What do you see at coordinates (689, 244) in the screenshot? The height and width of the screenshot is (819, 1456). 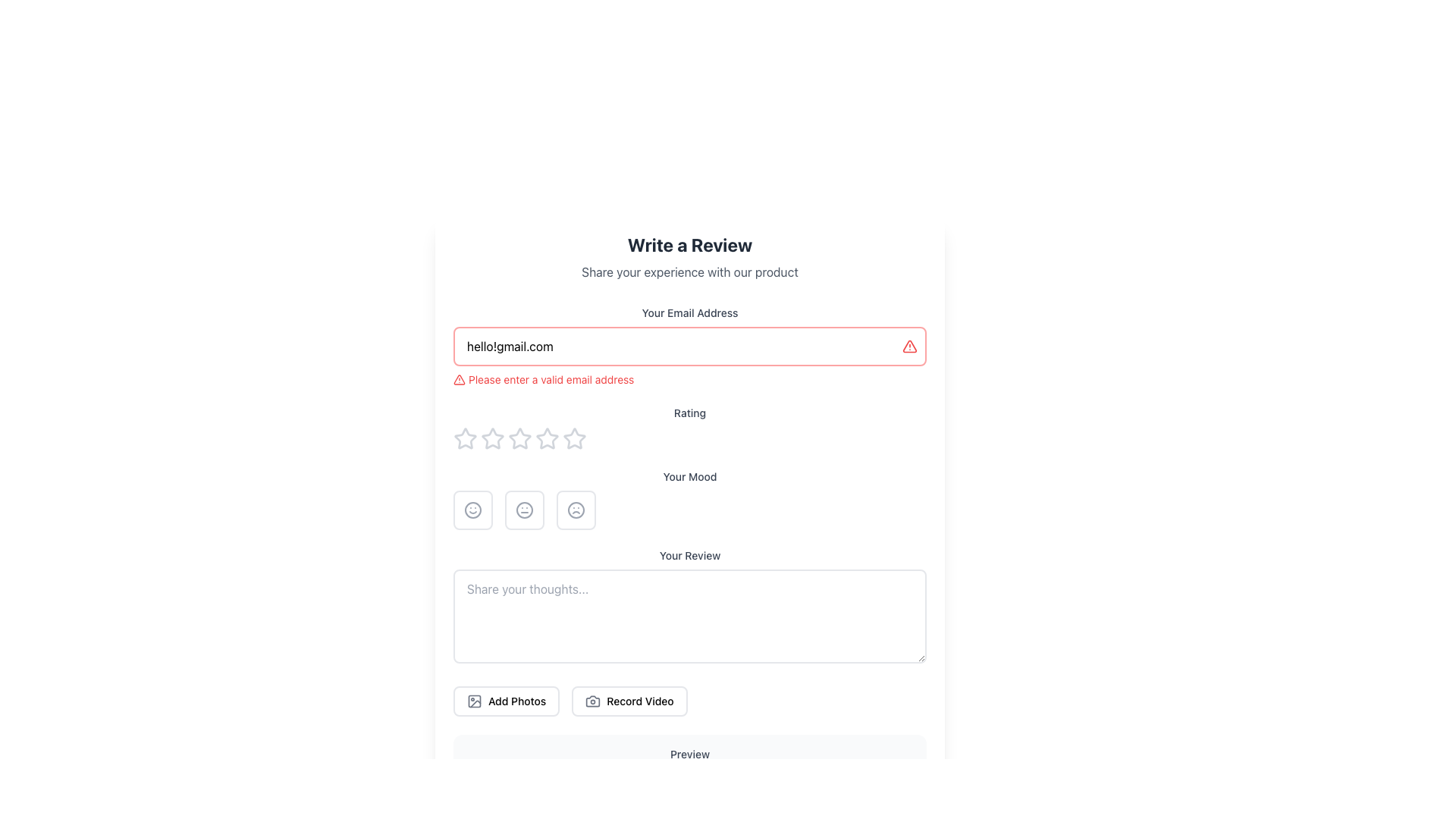 I see `the bold text label reading 'Write a Review' located at the top of the page's form section, which is designed to attract user attention as a header` at bounding box center [689, 244].